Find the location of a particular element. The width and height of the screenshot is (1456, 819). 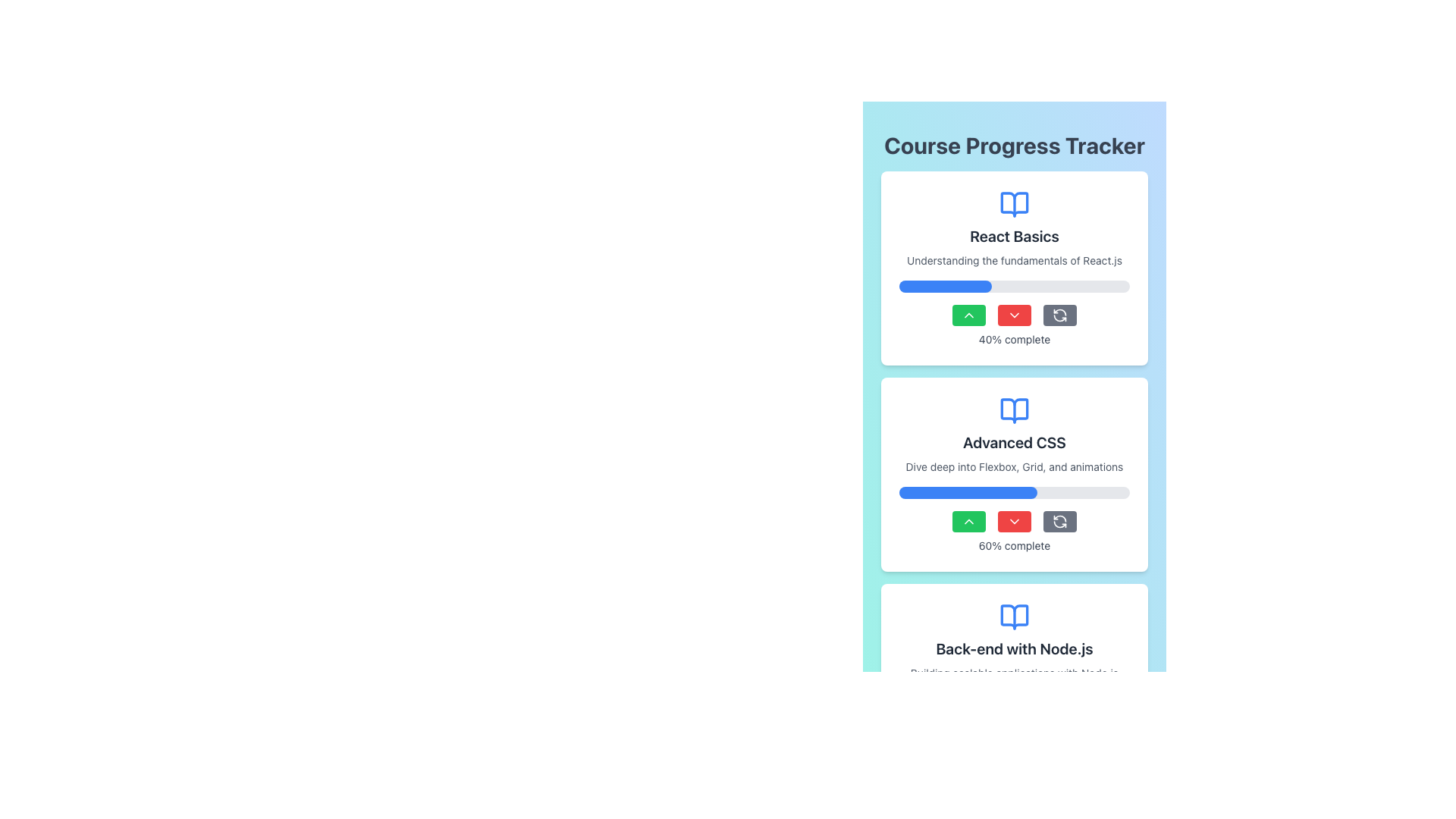

the downwards-facing chevron icon with a red background, located in the second section of the 'Advanced CSS' list is located at coordinates (1015, 520).